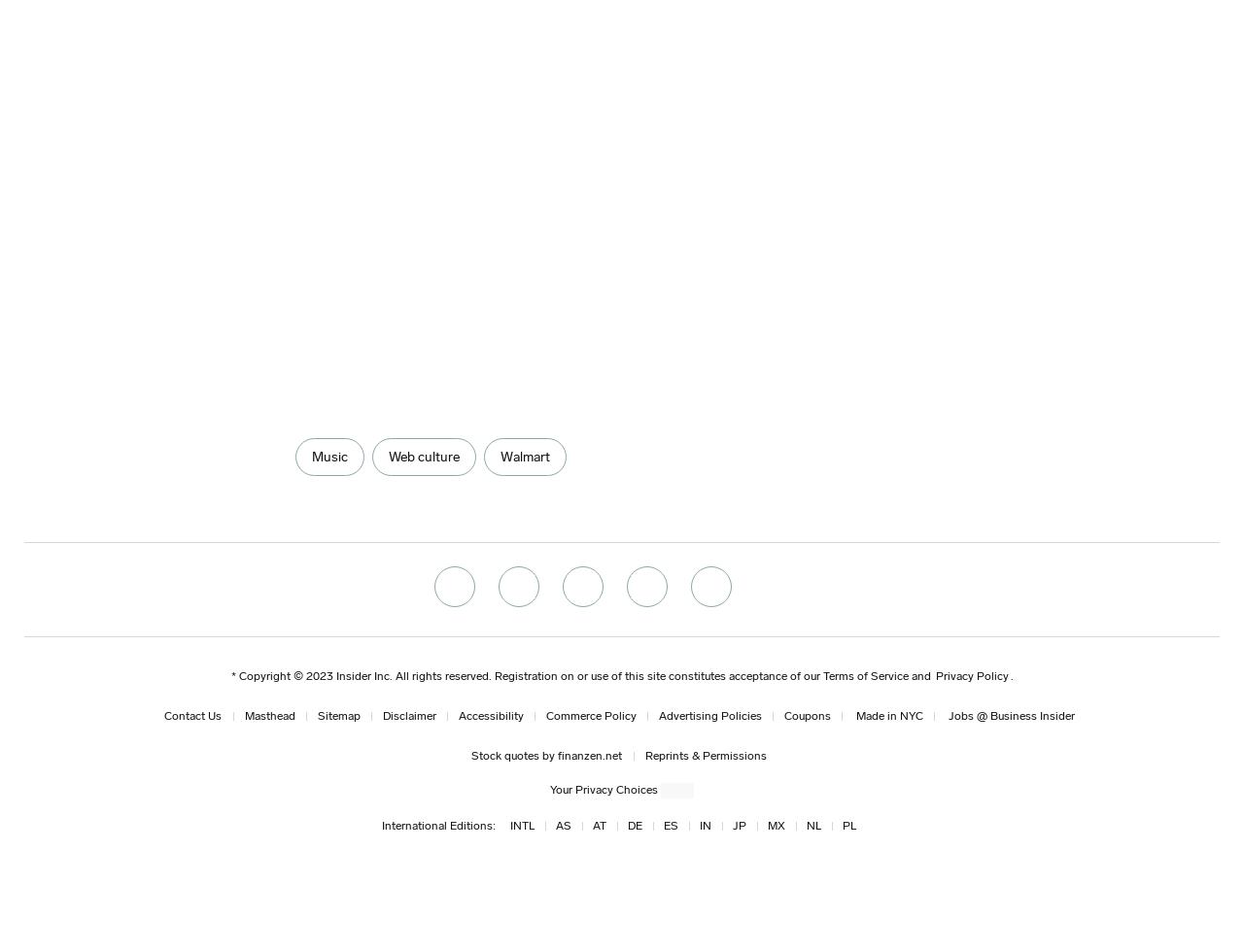  What do you see at coordinates (387, 457) in the screenshot?
I see `'Web culture'` at bounding box center [387, 457].